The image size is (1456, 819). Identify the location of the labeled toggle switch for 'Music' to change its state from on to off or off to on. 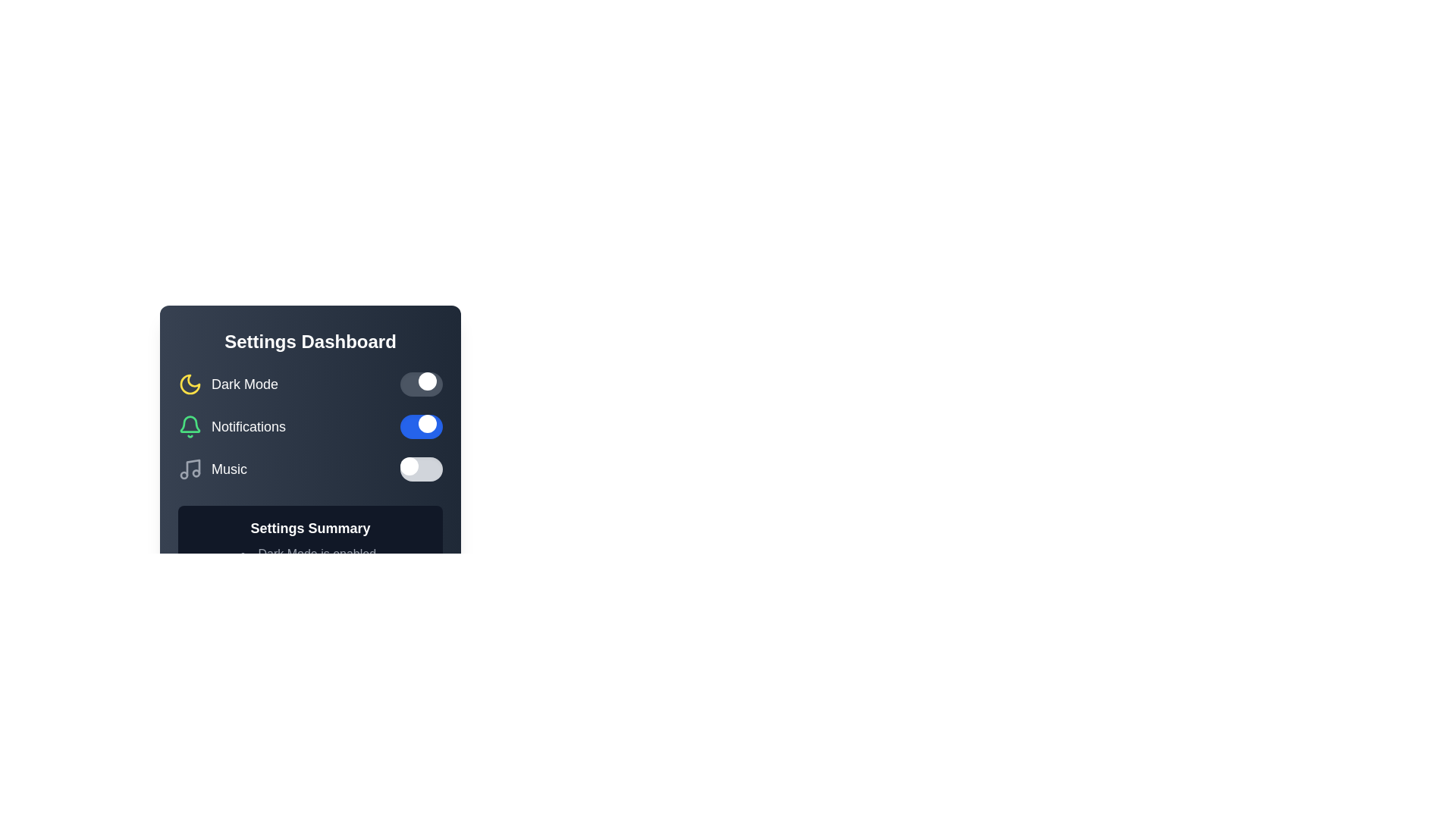
(309, 468).